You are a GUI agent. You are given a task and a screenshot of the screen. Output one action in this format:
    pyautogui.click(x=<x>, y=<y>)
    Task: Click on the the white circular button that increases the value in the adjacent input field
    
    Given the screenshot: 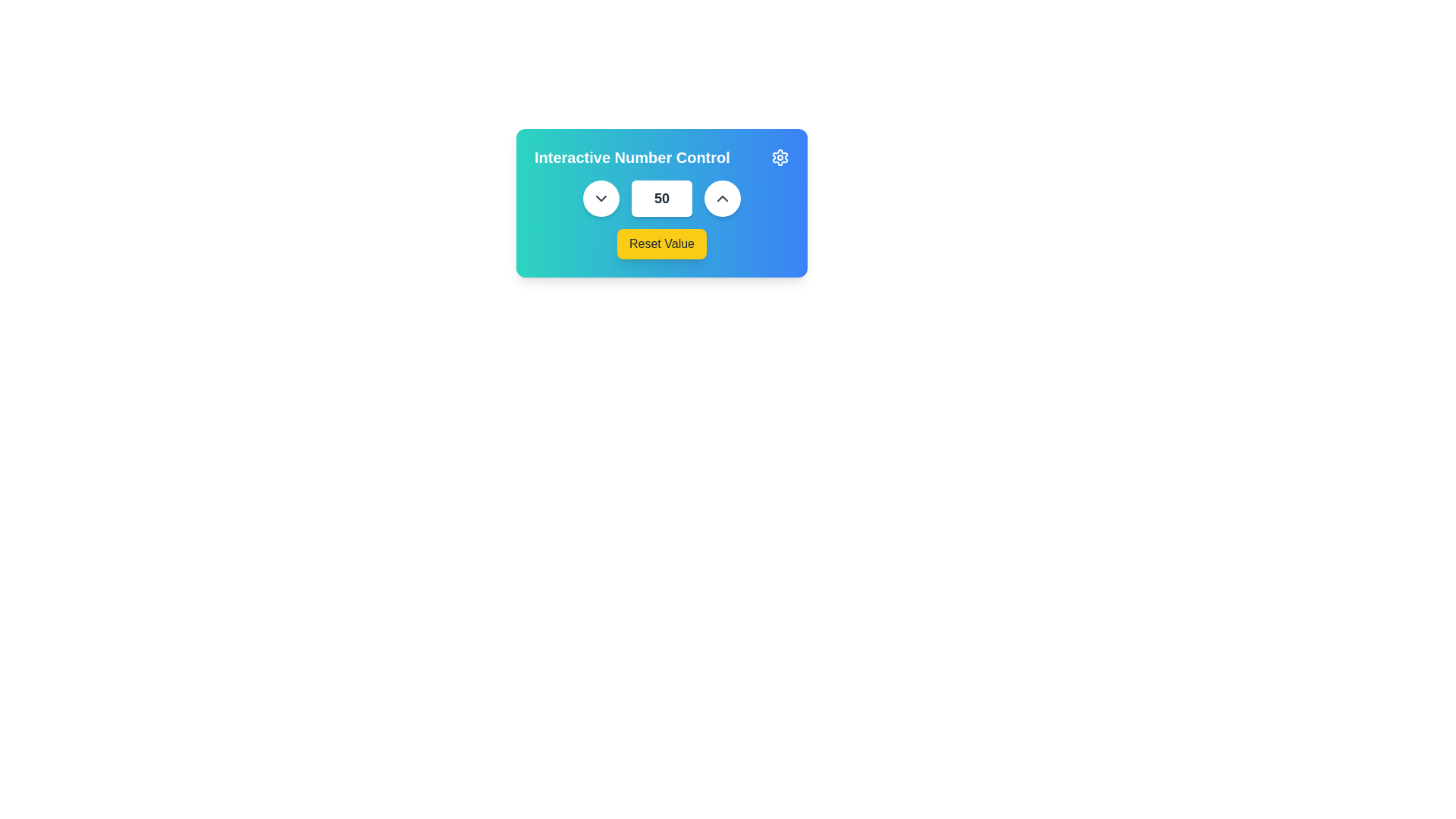 What is the action you would take?
    pyautogui.click(x=722, y=198)
    